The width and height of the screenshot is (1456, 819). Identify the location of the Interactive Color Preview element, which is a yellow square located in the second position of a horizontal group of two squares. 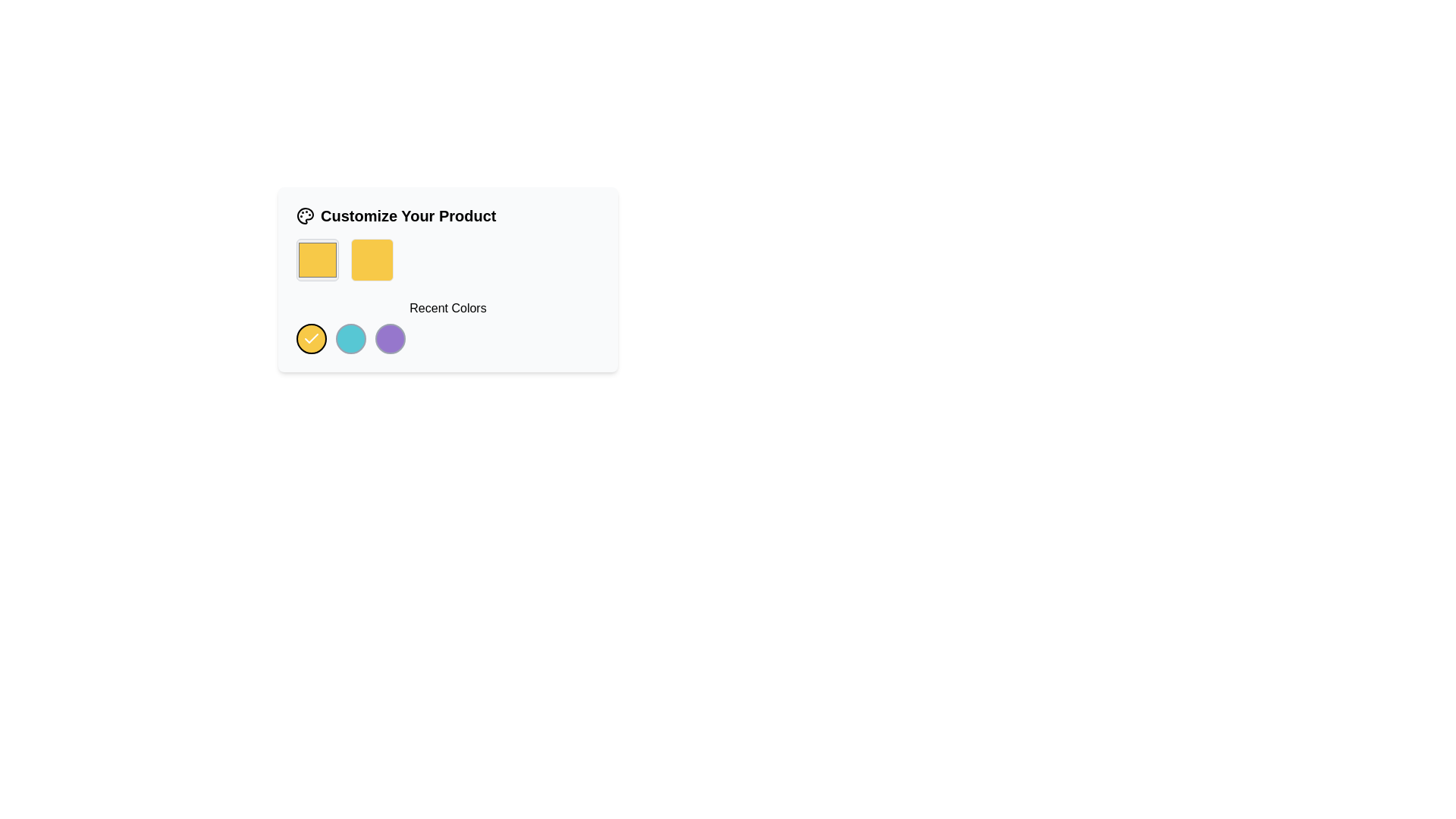
(372, 259).